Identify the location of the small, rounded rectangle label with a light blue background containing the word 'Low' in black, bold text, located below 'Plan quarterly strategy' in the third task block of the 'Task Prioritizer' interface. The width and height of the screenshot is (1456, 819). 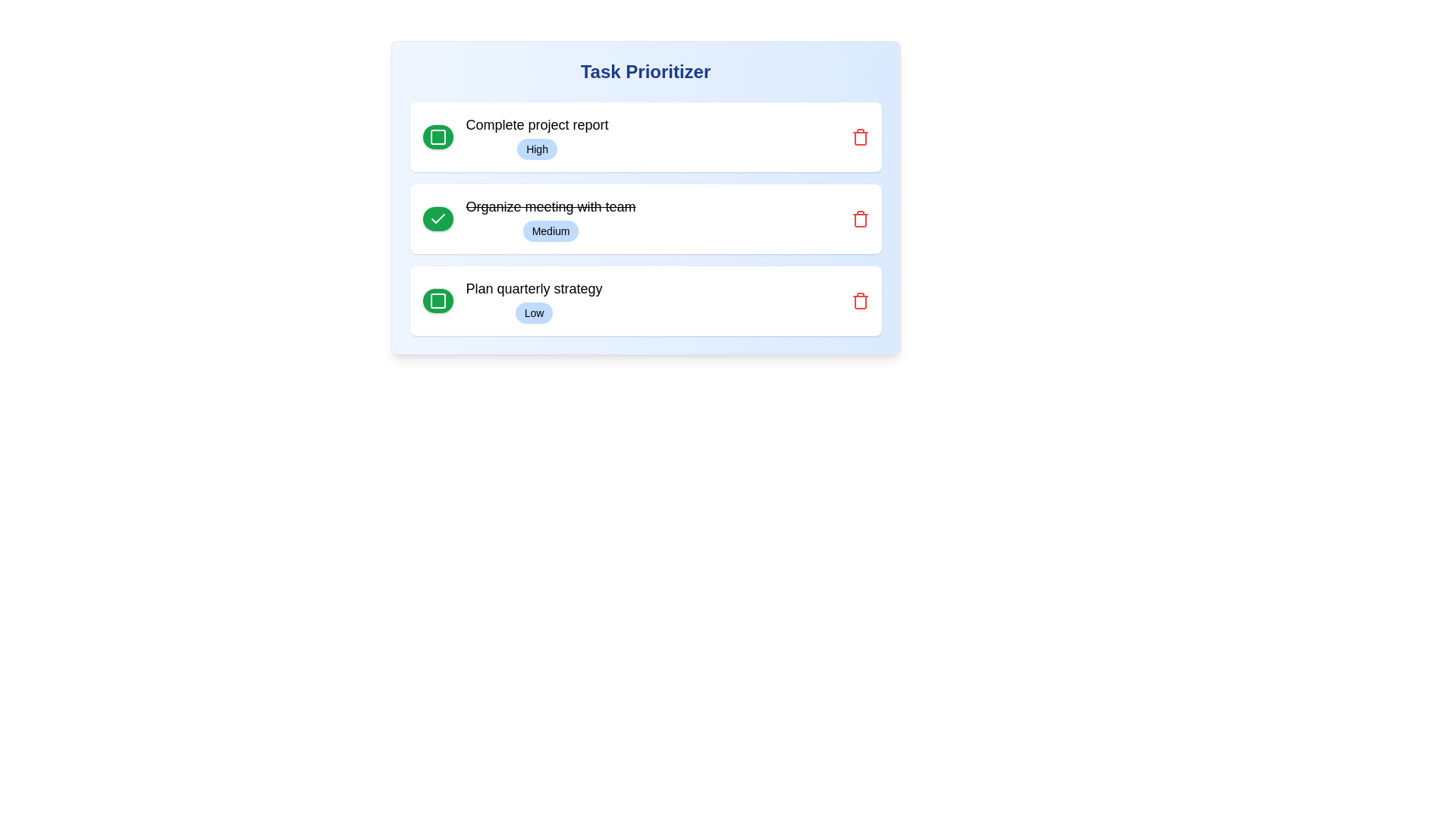
(534, 312).